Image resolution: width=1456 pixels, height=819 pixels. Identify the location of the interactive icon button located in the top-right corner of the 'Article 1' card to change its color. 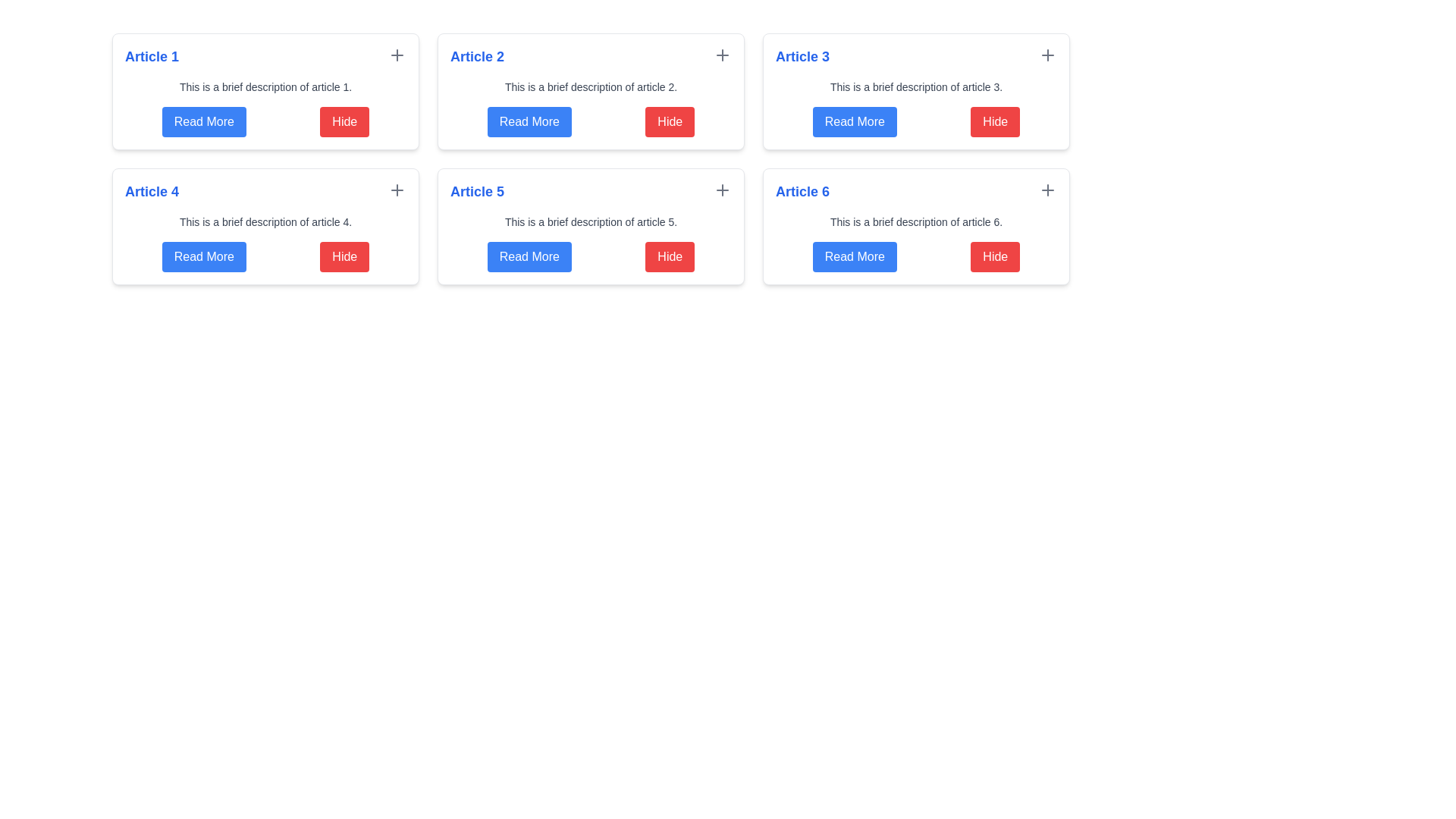
(397, 55).